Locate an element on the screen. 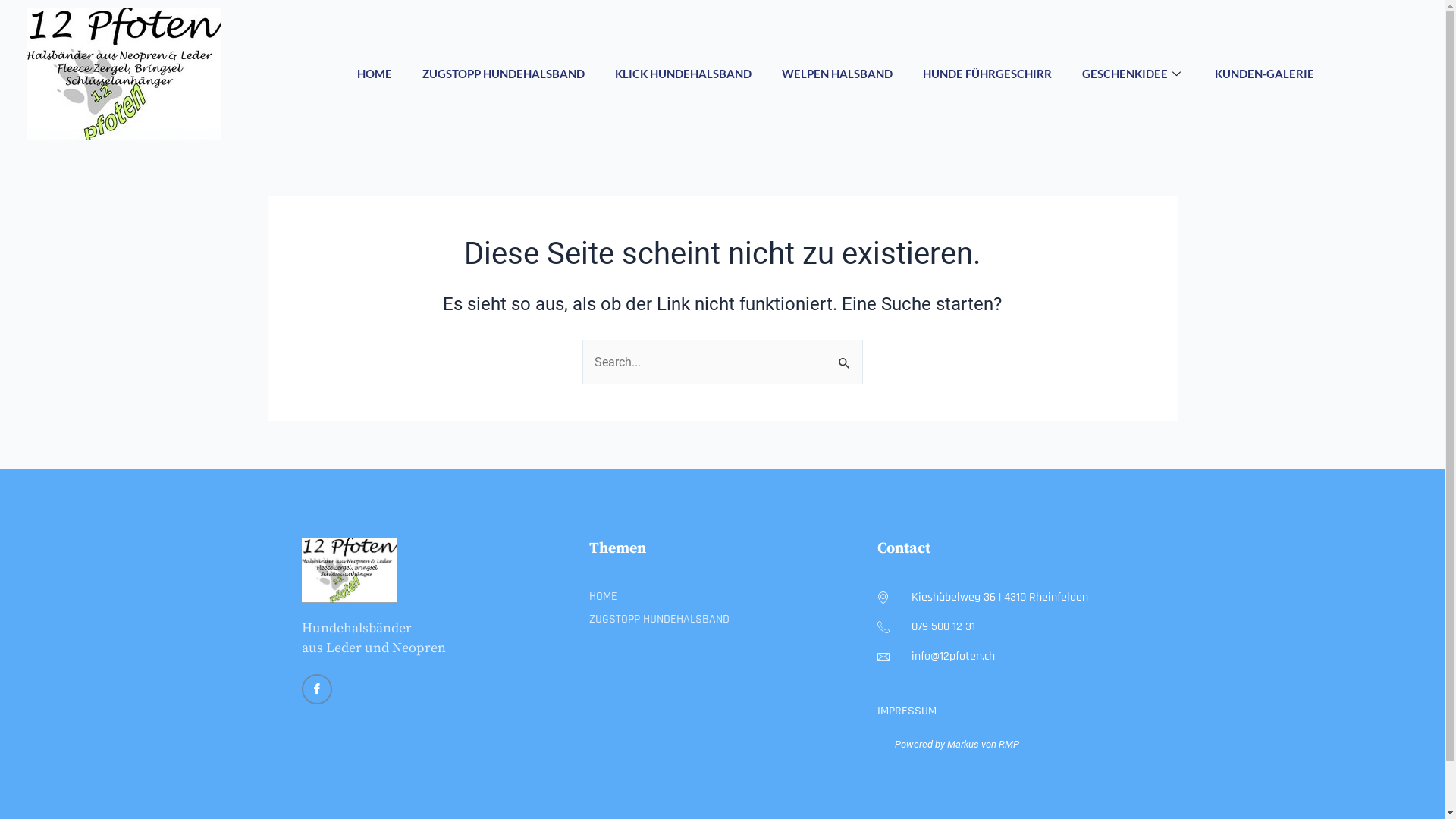 The image size is (1456, 819). 'HOME' is located at coordinates (375, 74).